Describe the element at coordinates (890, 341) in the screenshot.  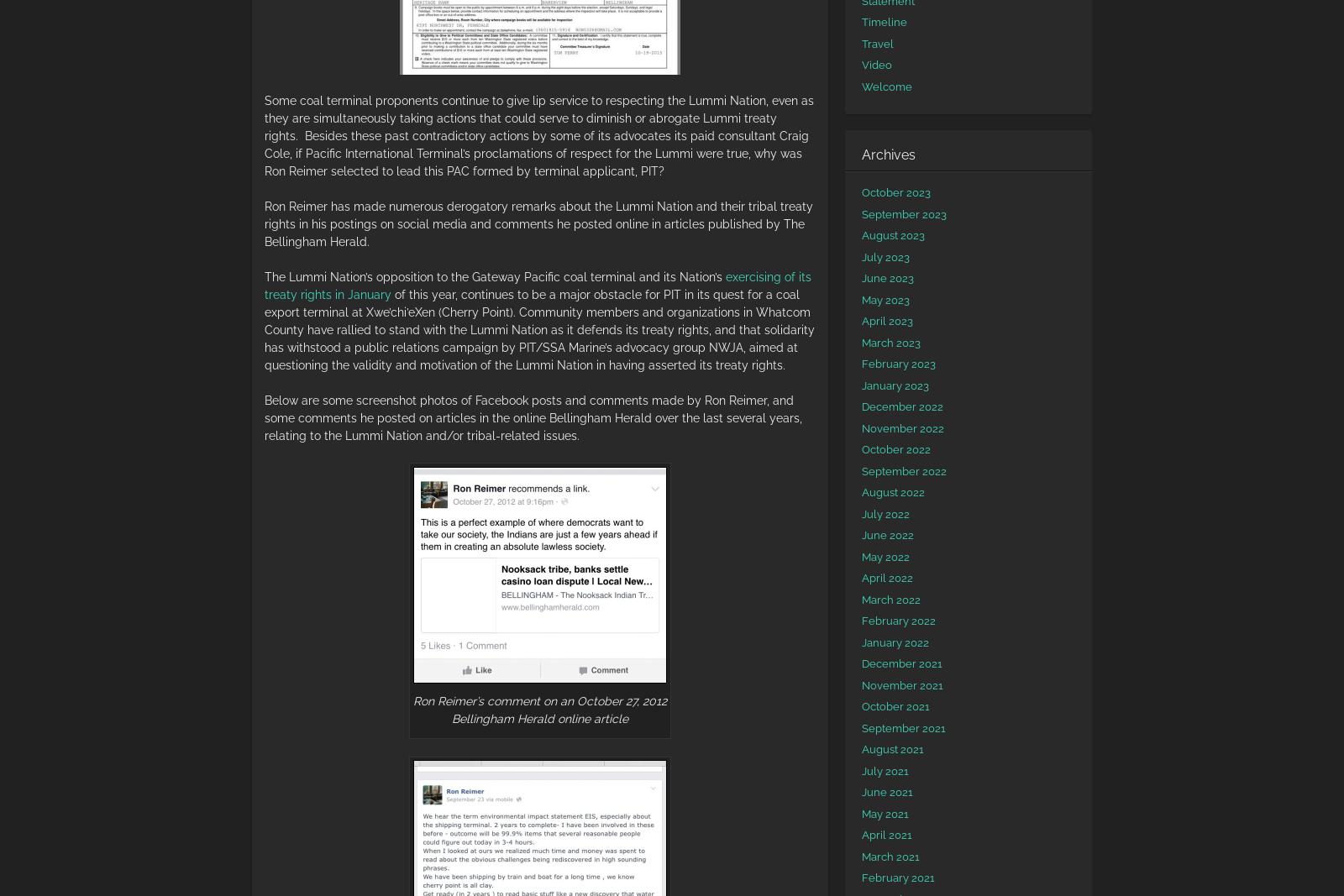
I see `'March 2023'` at that location.